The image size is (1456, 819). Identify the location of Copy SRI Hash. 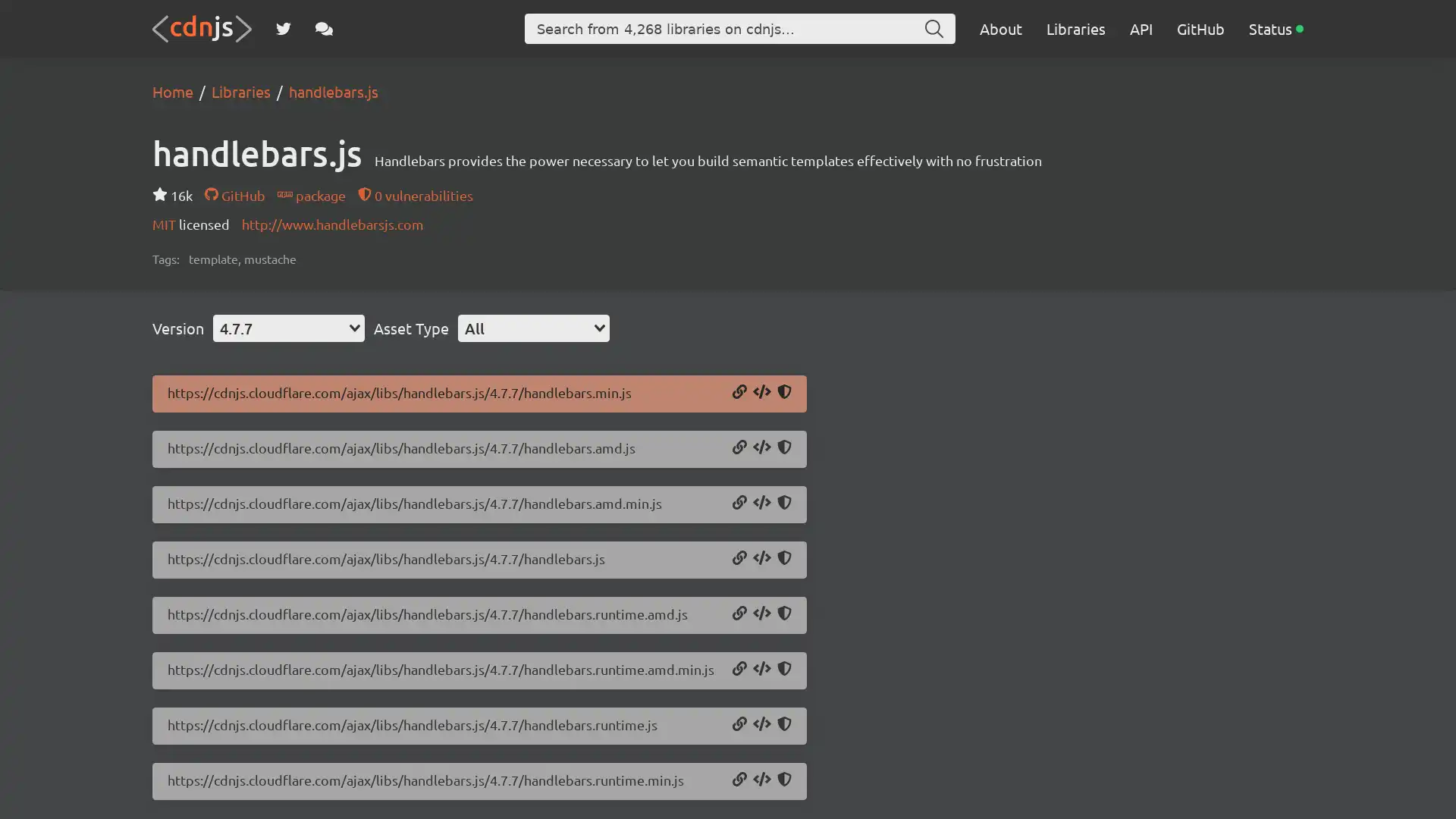
(784, 724).